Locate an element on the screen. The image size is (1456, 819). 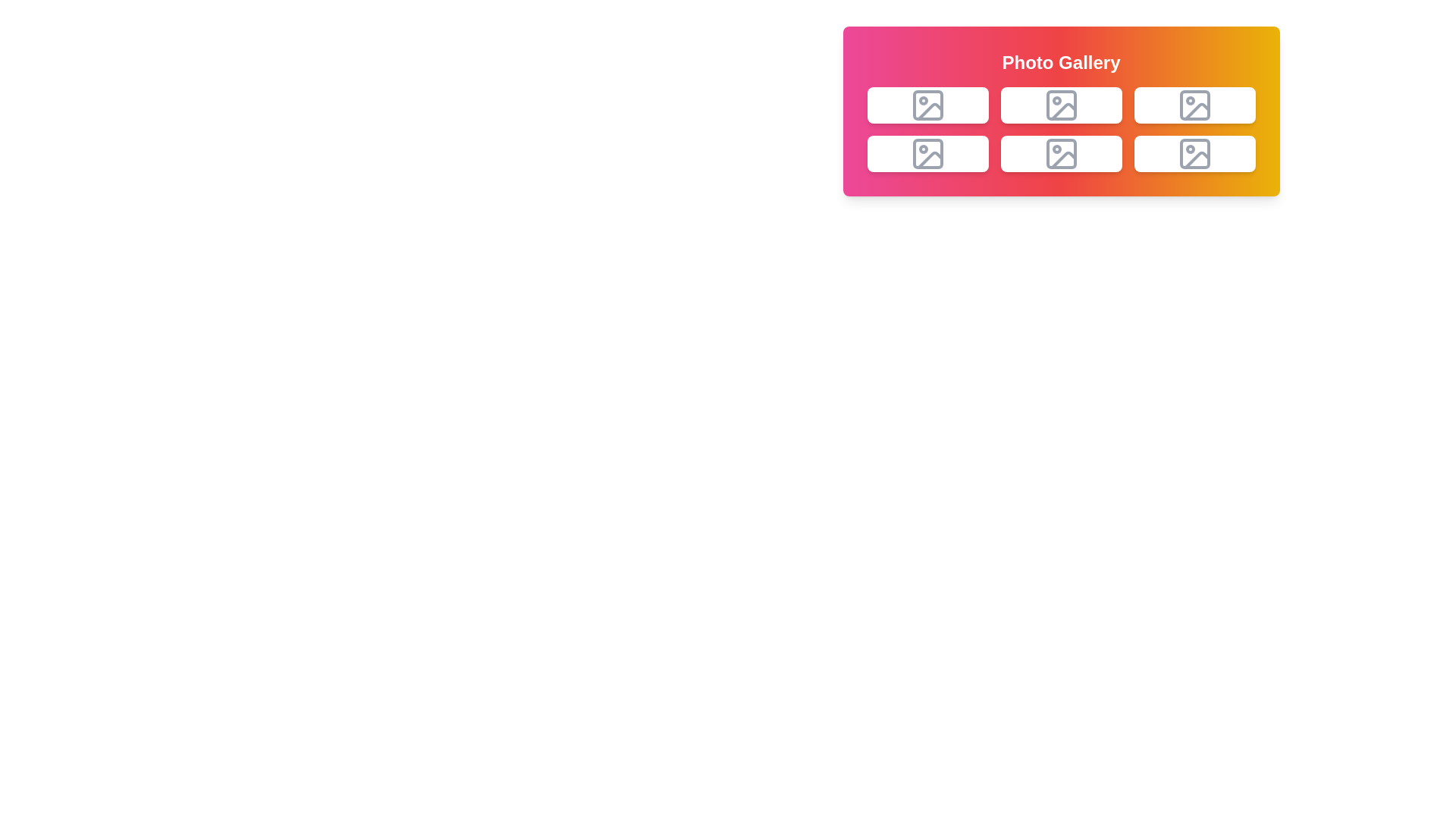
the circular white button icon located in the top-right corner of the interface that serves as a visibility toggle is located at coordinates (1174, 104).